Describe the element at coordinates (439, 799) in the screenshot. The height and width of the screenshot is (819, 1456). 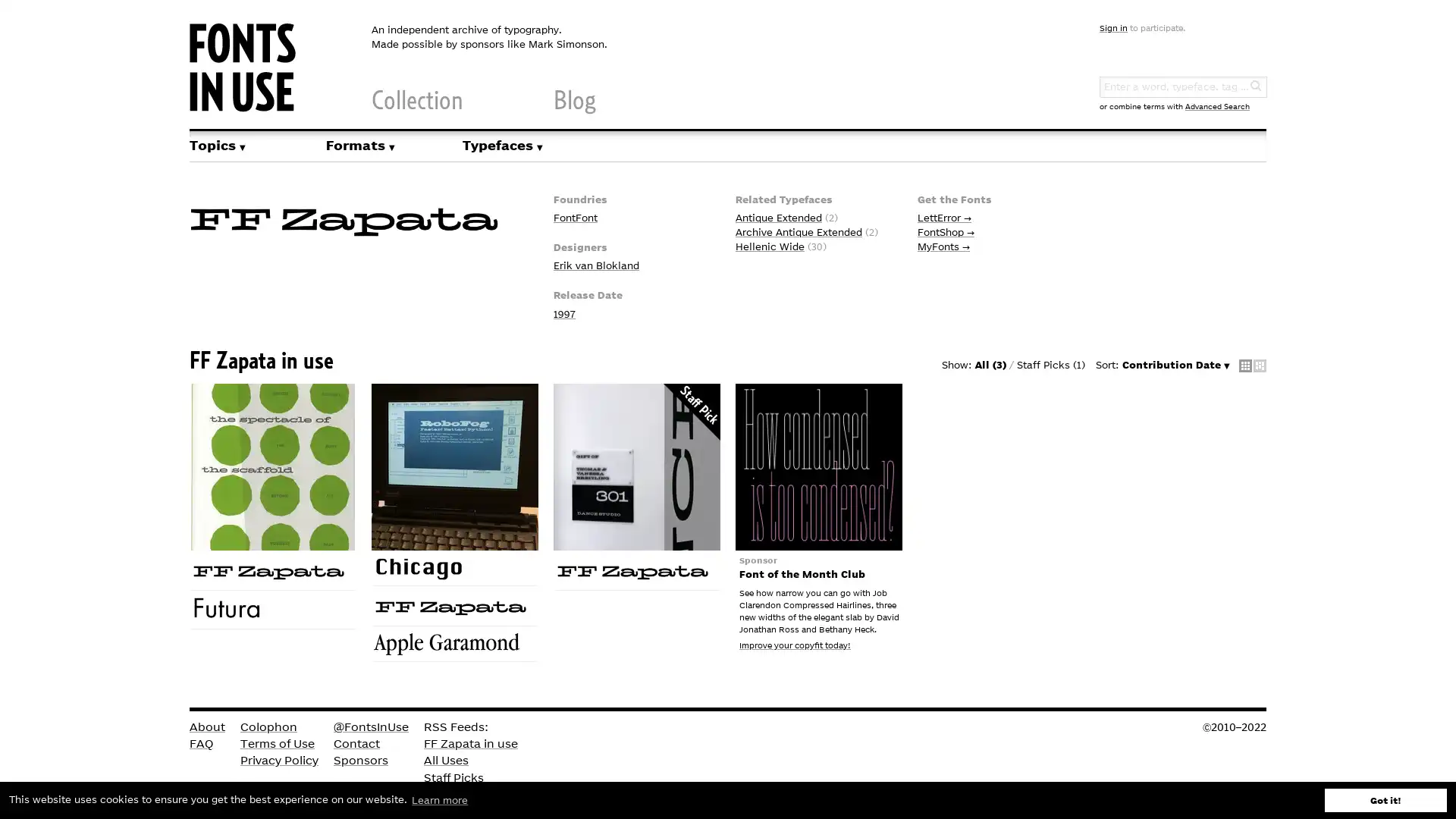
I see `learn more about cookies` at that location.